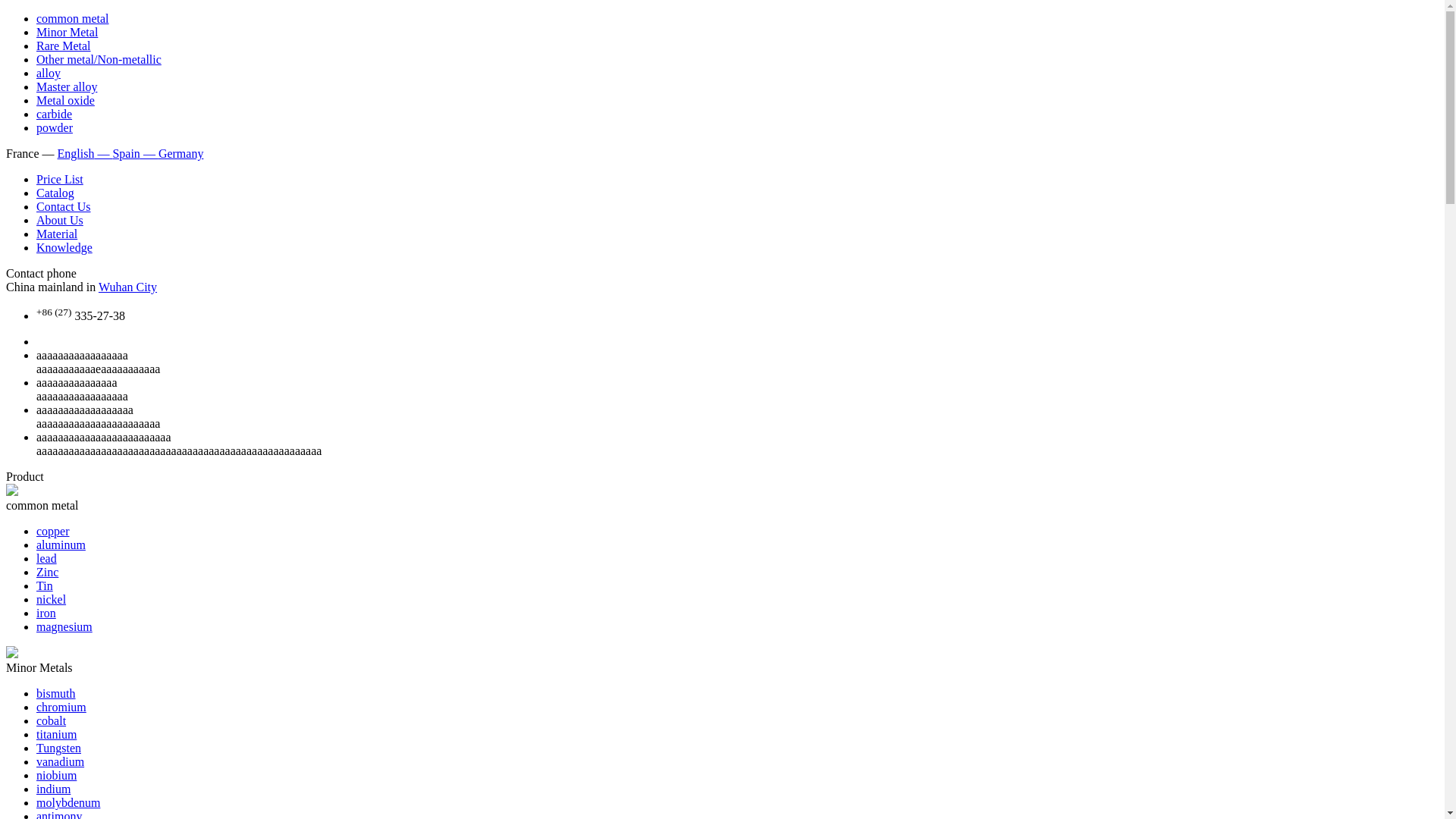 The image size is (1456, 819). What do you see at coordinates (72, 18) in the screenshot?
I see `'common metal'` at bounding box center [72, 18].